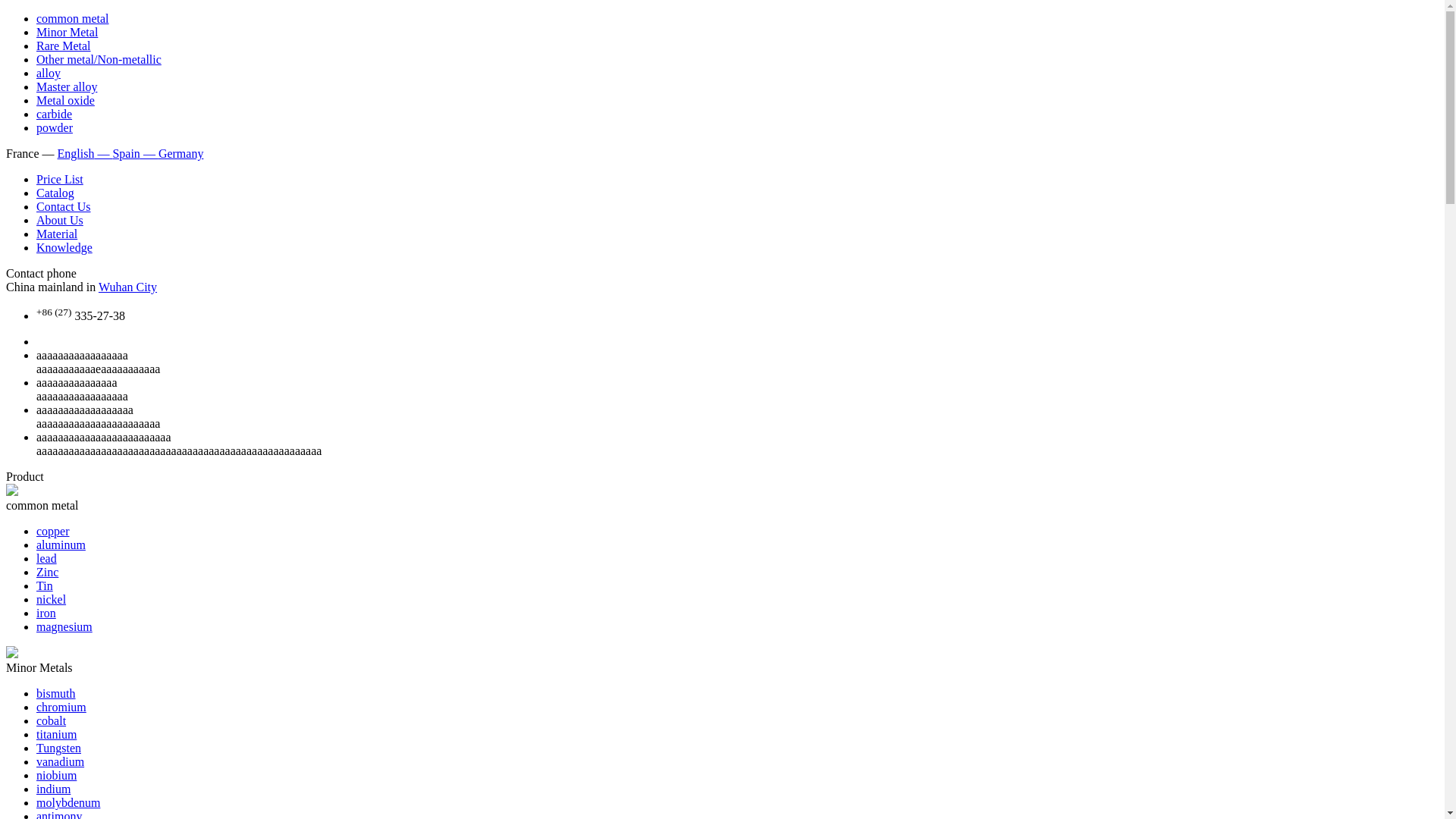 The image size is (1456, 819). What do you see at coordinates (72, 18) in the screenshot?
I see `'common metal'` at bounding box center [72, 18].